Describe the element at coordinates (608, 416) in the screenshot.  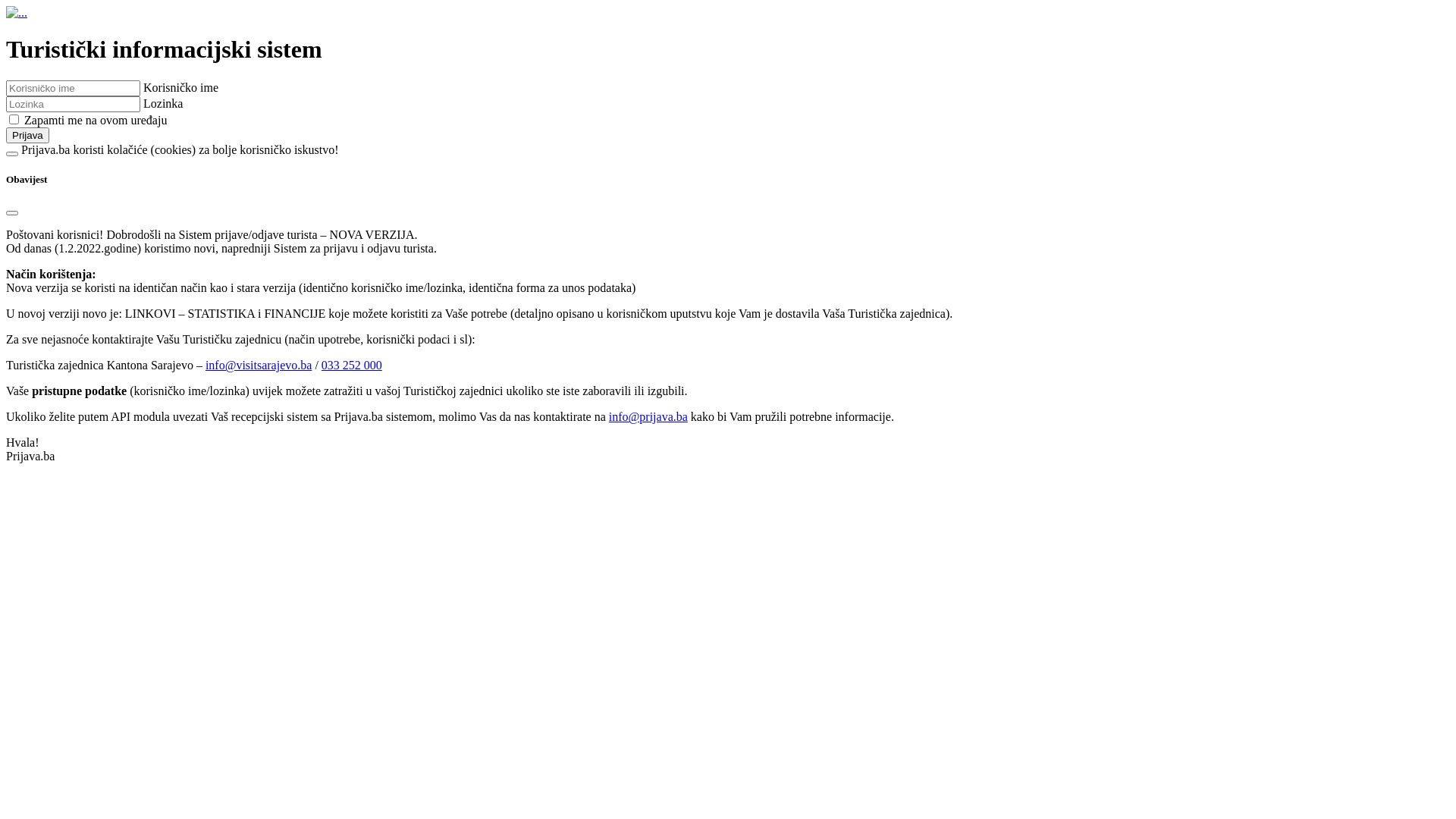
I see `'info@prijava.ba'` at that location.